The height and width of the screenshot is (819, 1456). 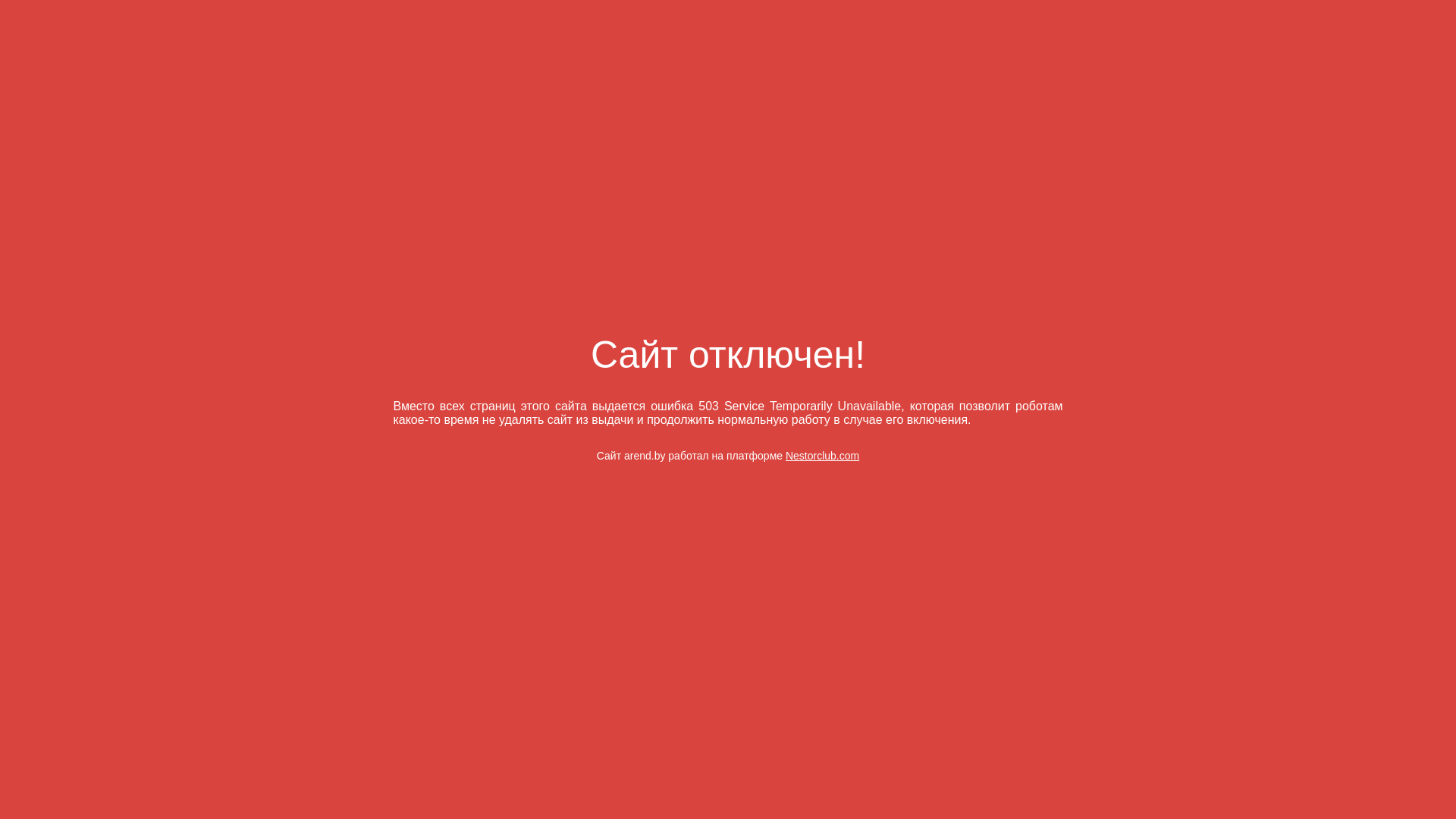 What do you see at coordinates (786, 455) in the screenshot?
I see `'Nestorclub.com'` at bounding box center [786, 455].